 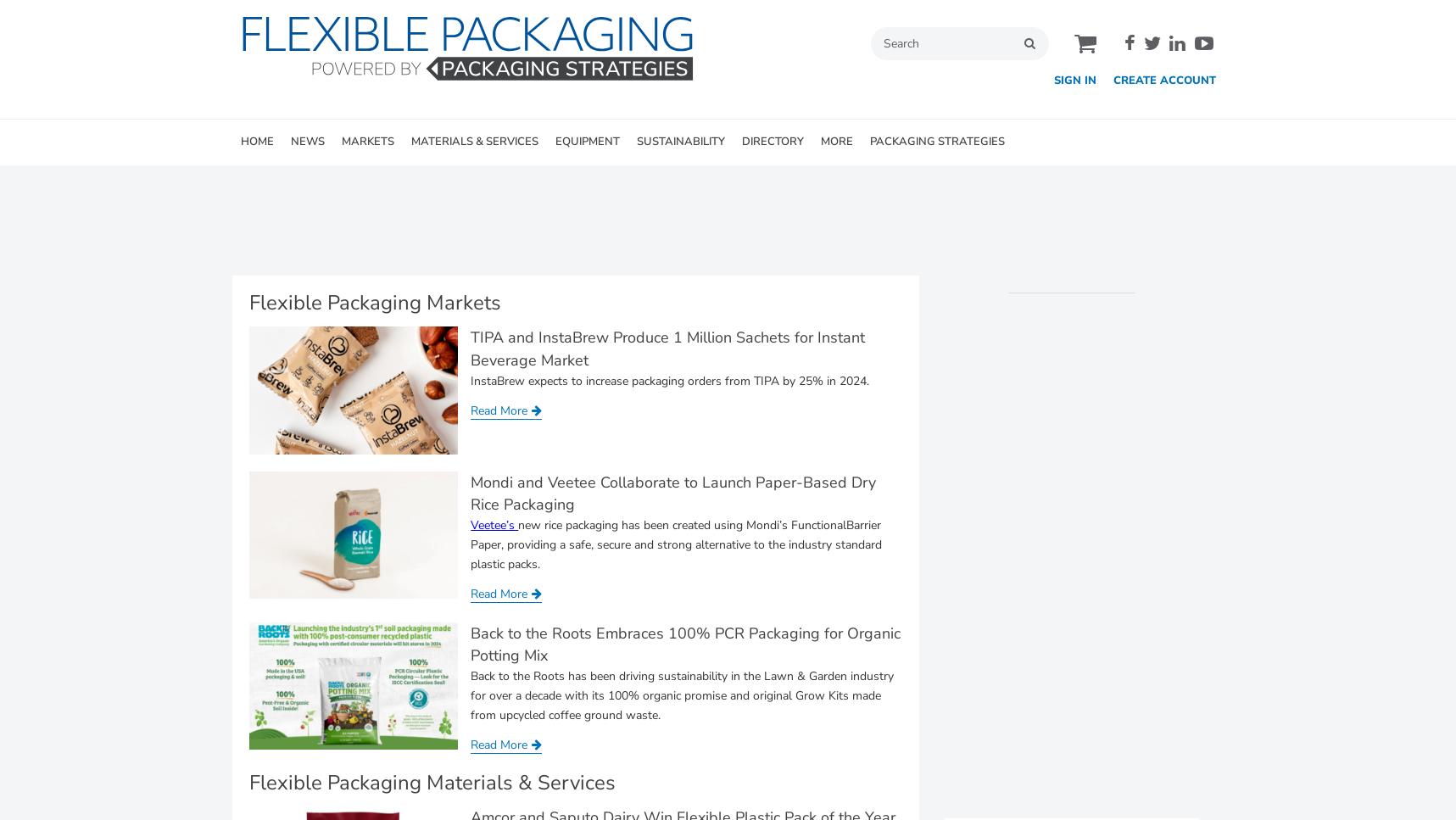 What do you see at coordinates (366, 142) in the screenshot?
I see `'MARKETS'` at bounding box center [366, 142].